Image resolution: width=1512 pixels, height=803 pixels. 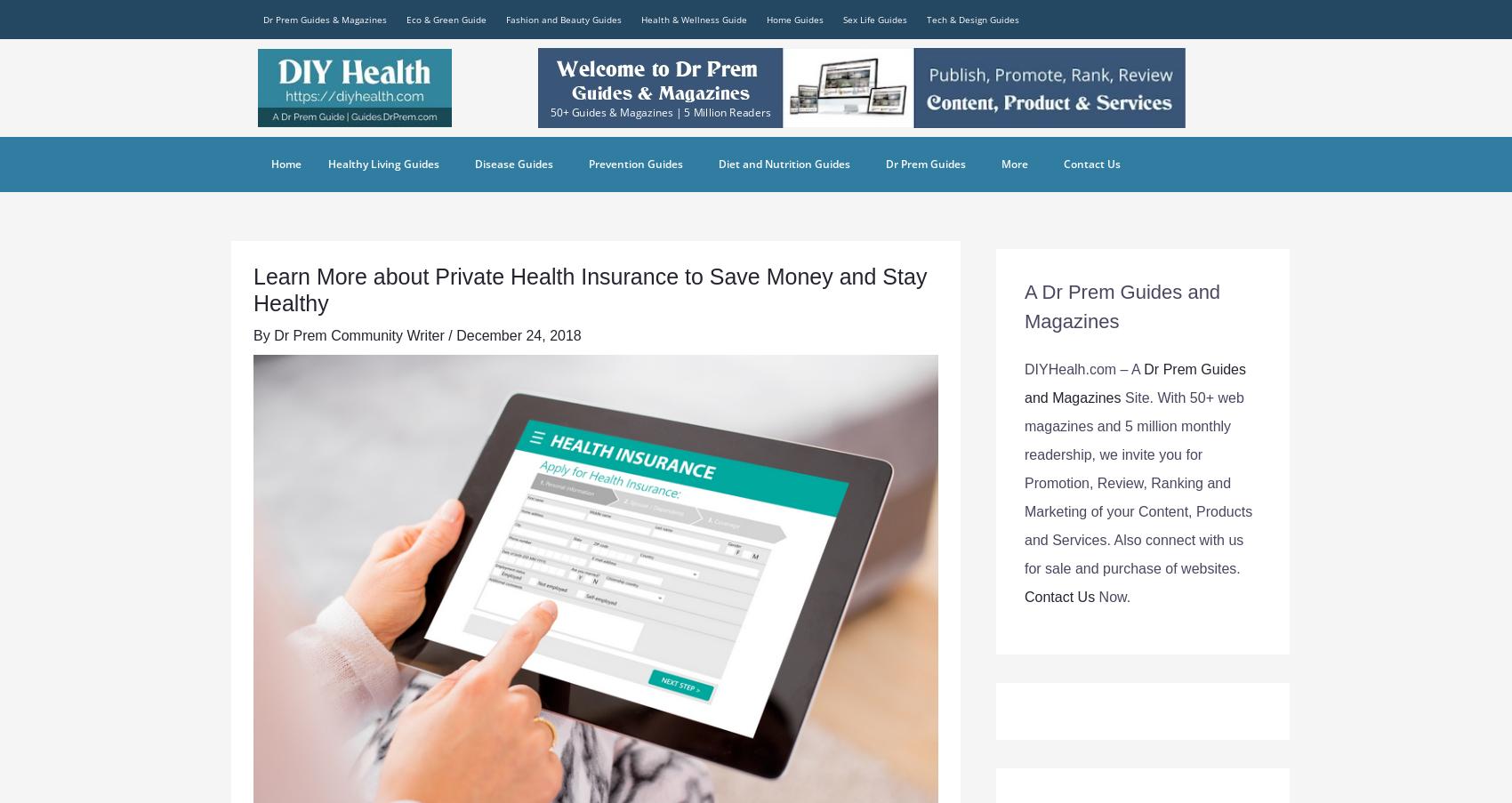 What do you see at coordinates (323, 124) in the screenshot?
I see `'Sponsor | Guest Post'` at bounding box center [323, 124].